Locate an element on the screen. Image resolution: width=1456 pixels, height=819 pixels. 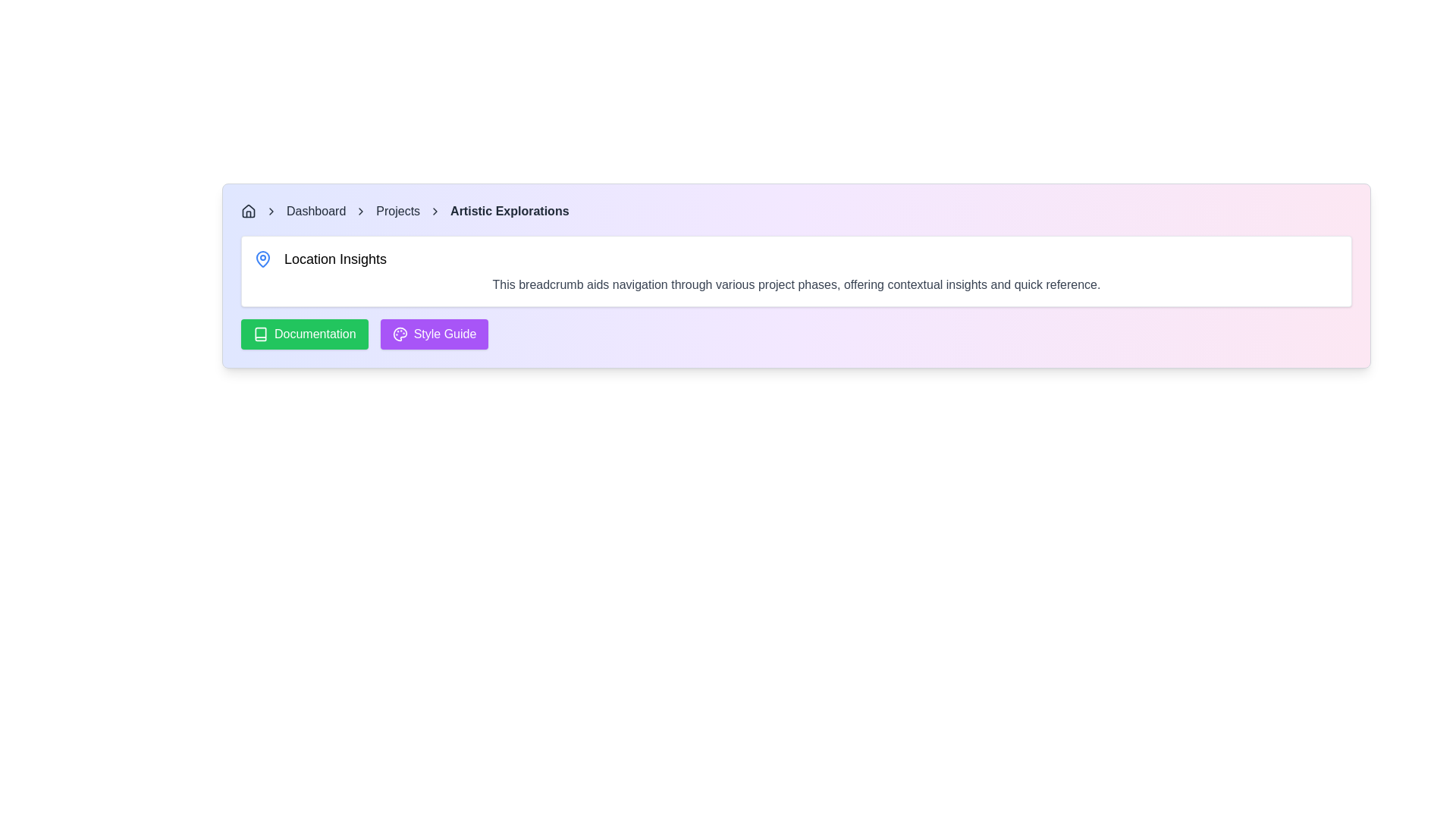
the home icon located in the breadcrumb navigation bar at the top left of the interface is located at coordinates (248, 210).